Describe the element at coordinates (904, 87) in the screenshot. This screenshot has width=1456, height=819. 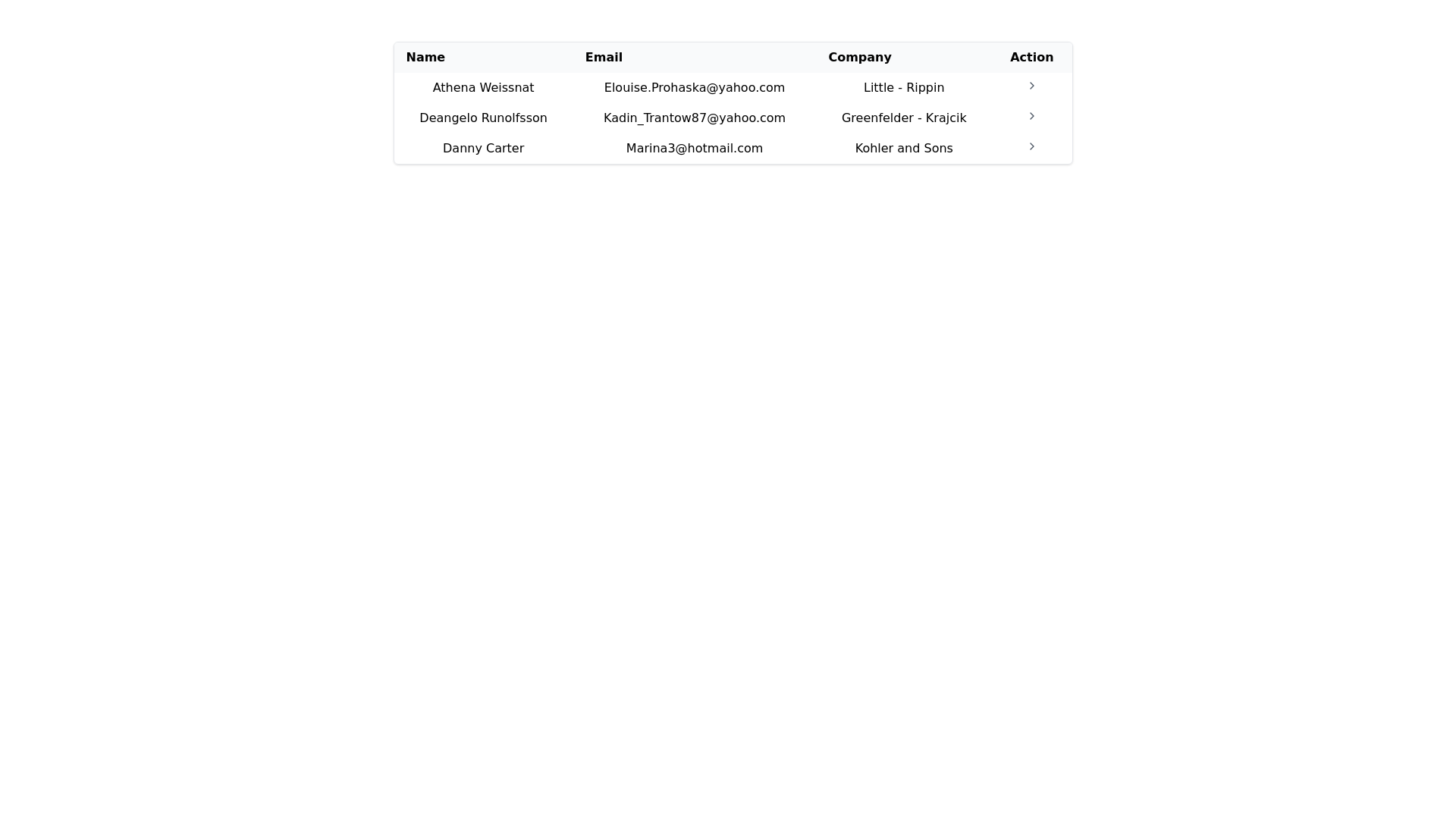
I see `the label displaying 'Little - Rippin' in the 'Company' column of the table, located in the first row under the header` at that location.